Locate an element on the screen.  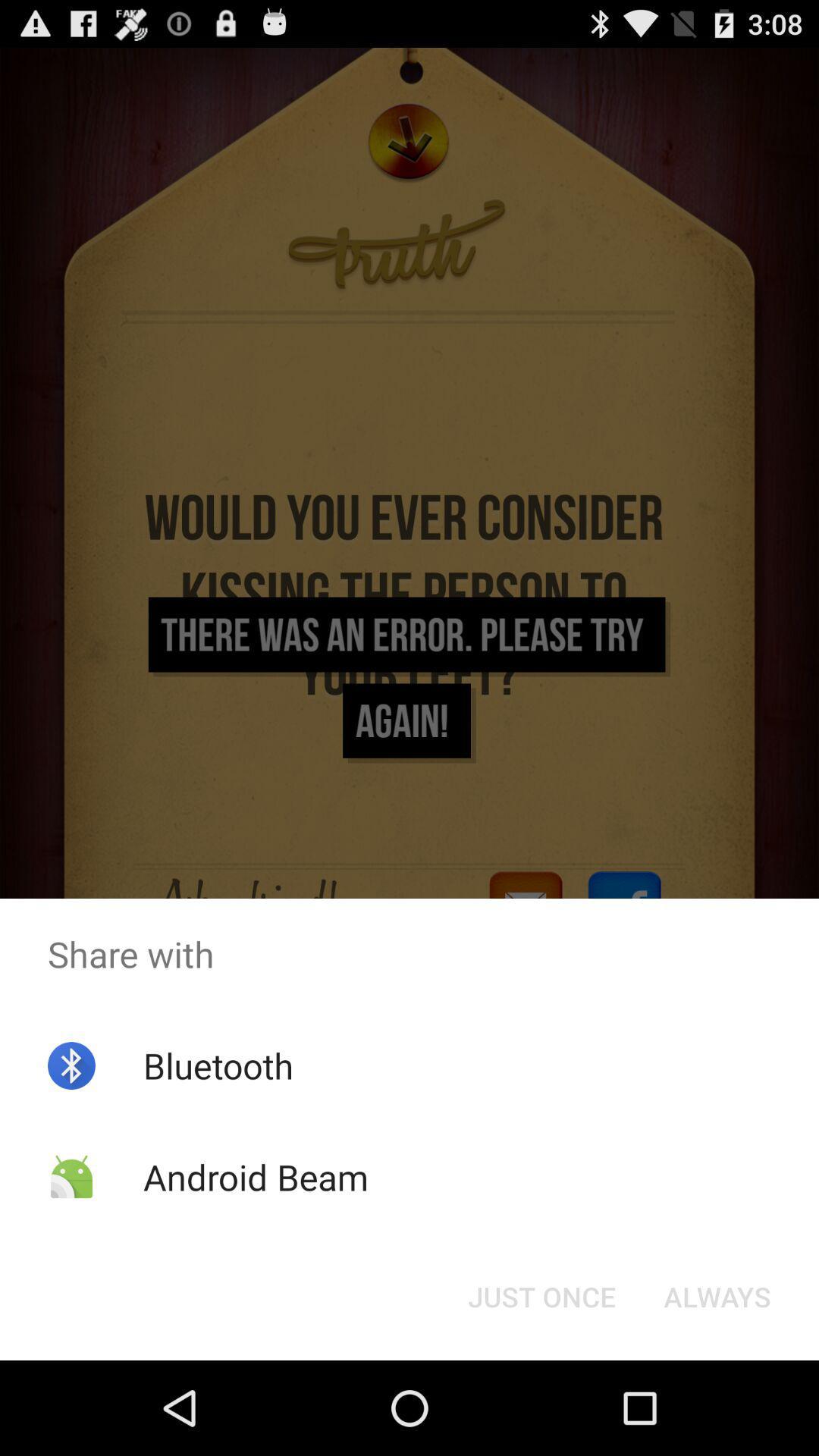
app below share with item is located at coordinates (717, 1295).